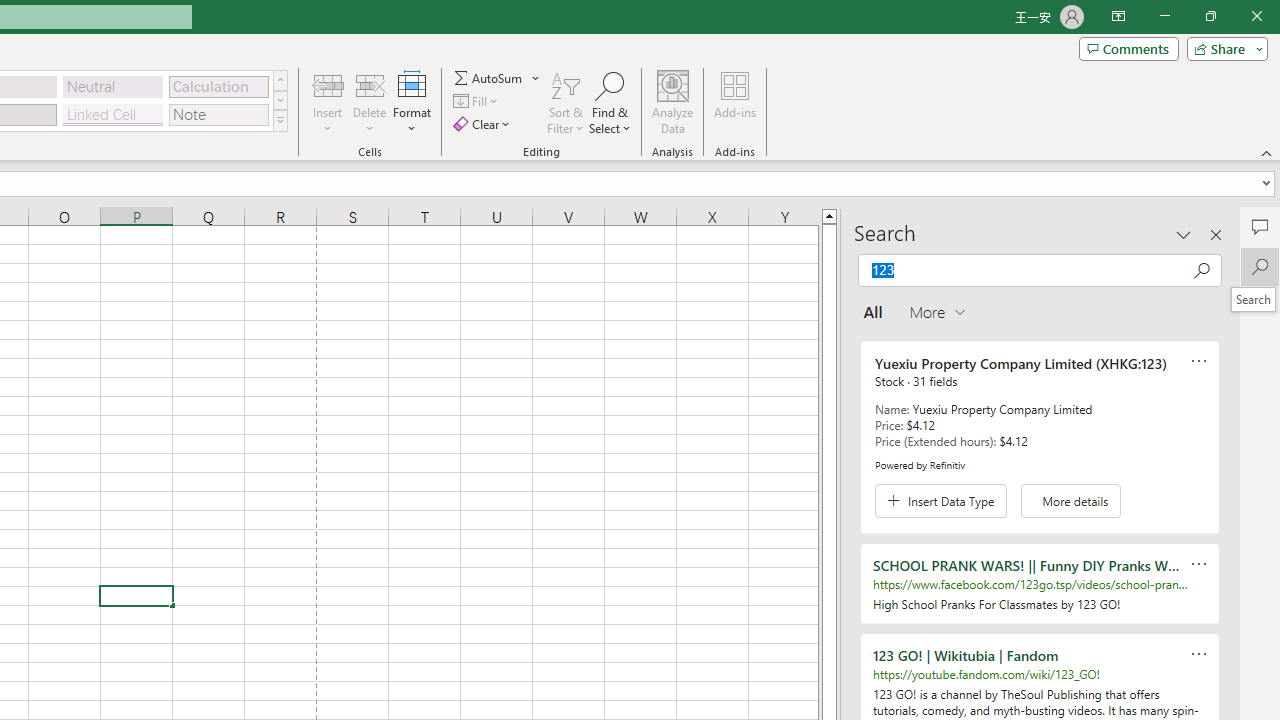 The image size is (1280, 720). Describe the element at coordinates (609, 103) in the screenshot. I see `'Find & Select'` at that location.